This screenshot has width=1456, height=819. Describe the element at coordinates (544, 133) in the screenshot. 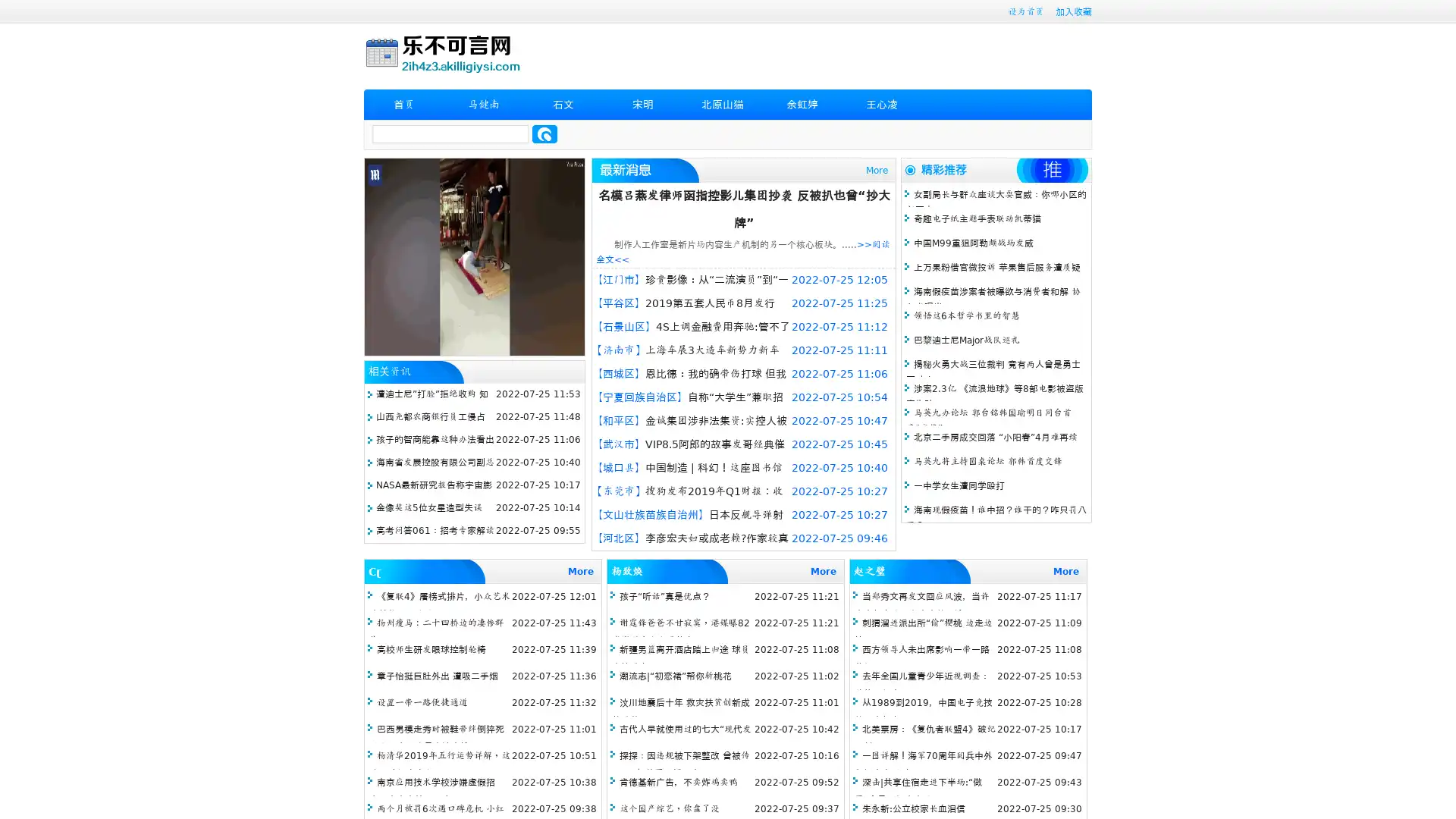

I see `Search` at that location.